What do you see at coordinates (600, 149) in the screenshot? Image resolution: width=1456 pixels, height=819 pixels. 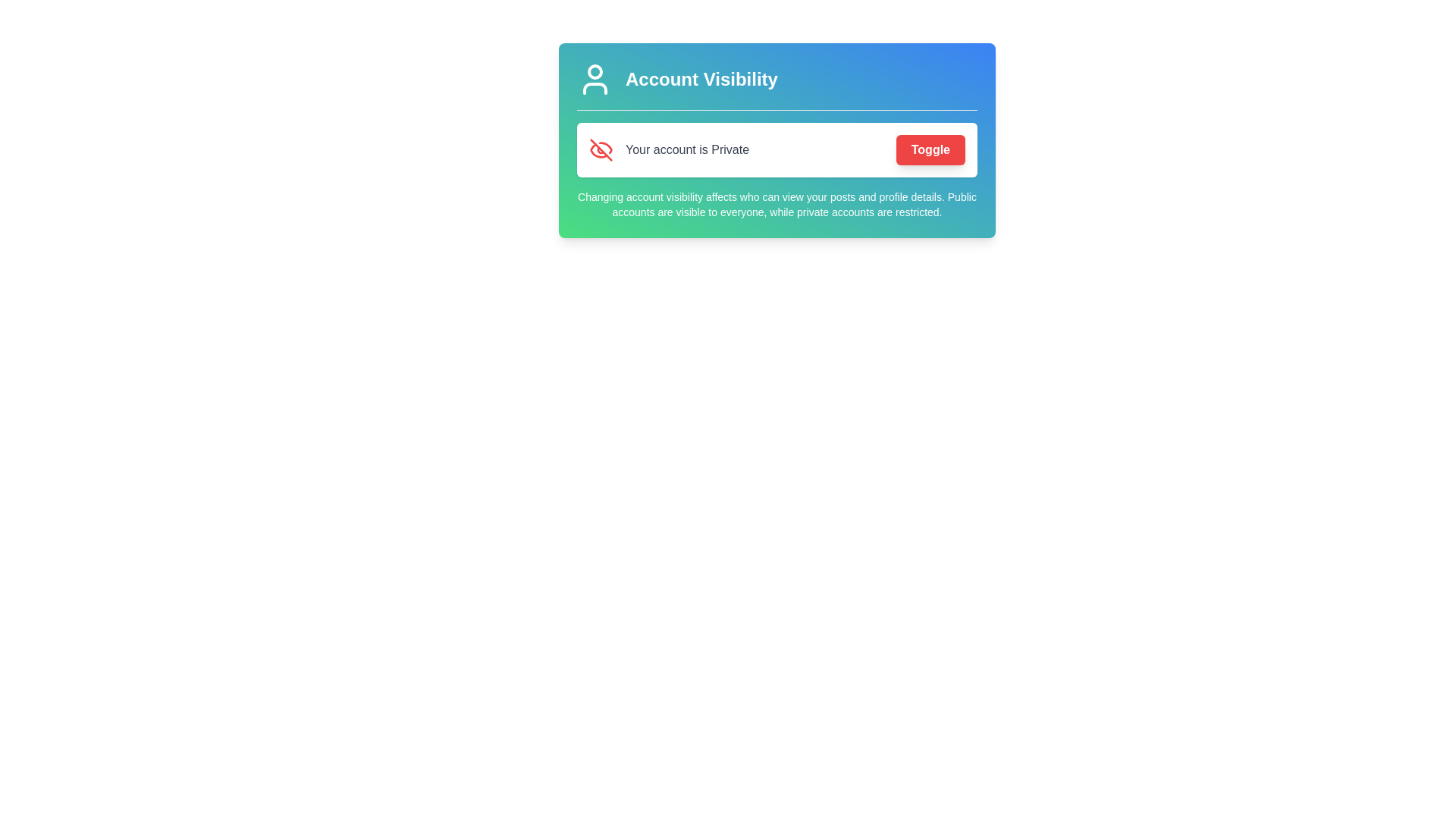 I see `the privacy status icon that indicates the user's account is private, located to the left of the text 'Your account is Private' in the settings panel` at bounding box center [600, 149].